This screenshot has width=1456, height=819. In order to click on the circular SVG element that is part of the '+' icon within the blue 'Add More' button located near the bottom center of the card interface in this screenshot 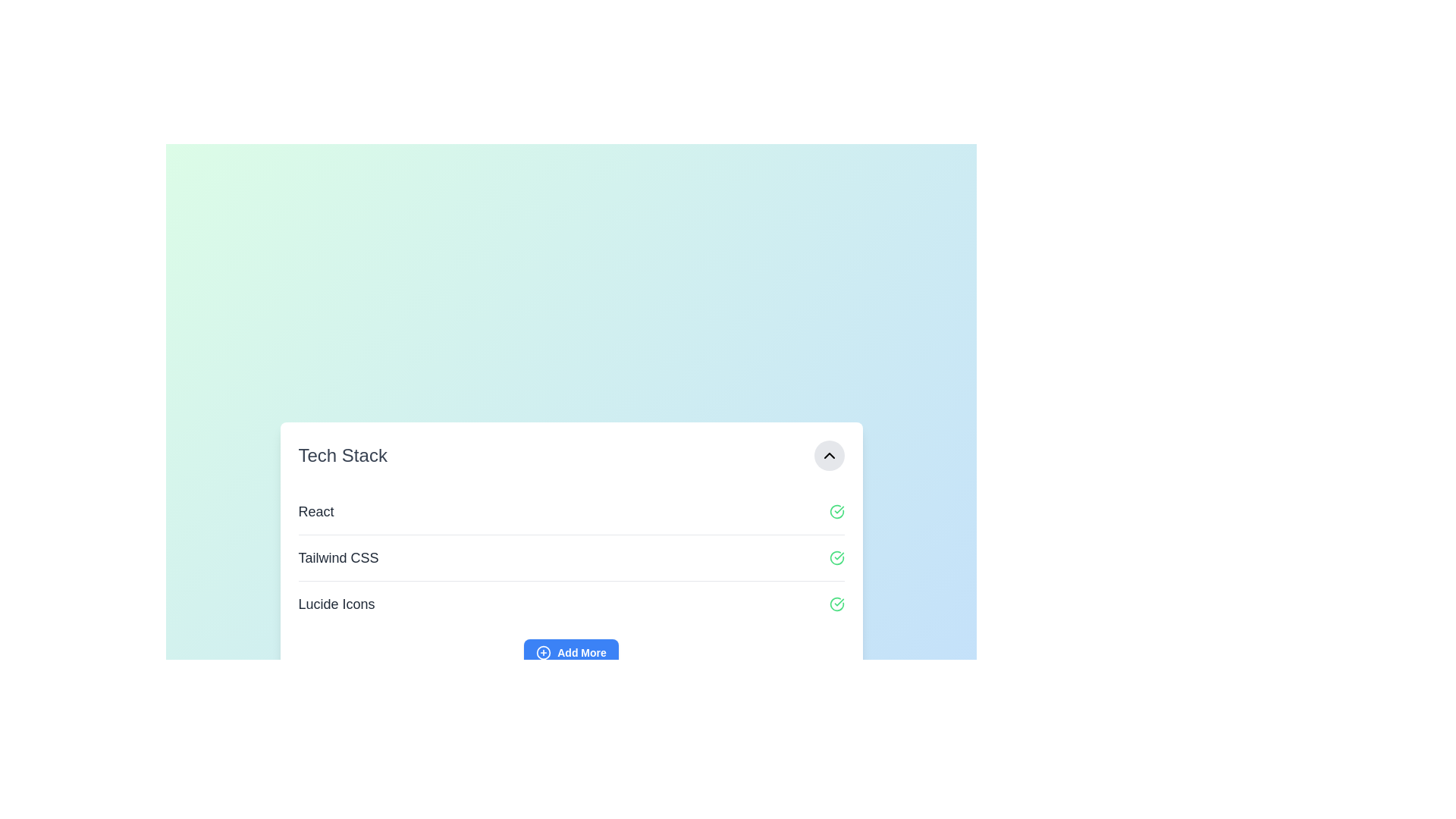, I will do `click(544, 651)`.